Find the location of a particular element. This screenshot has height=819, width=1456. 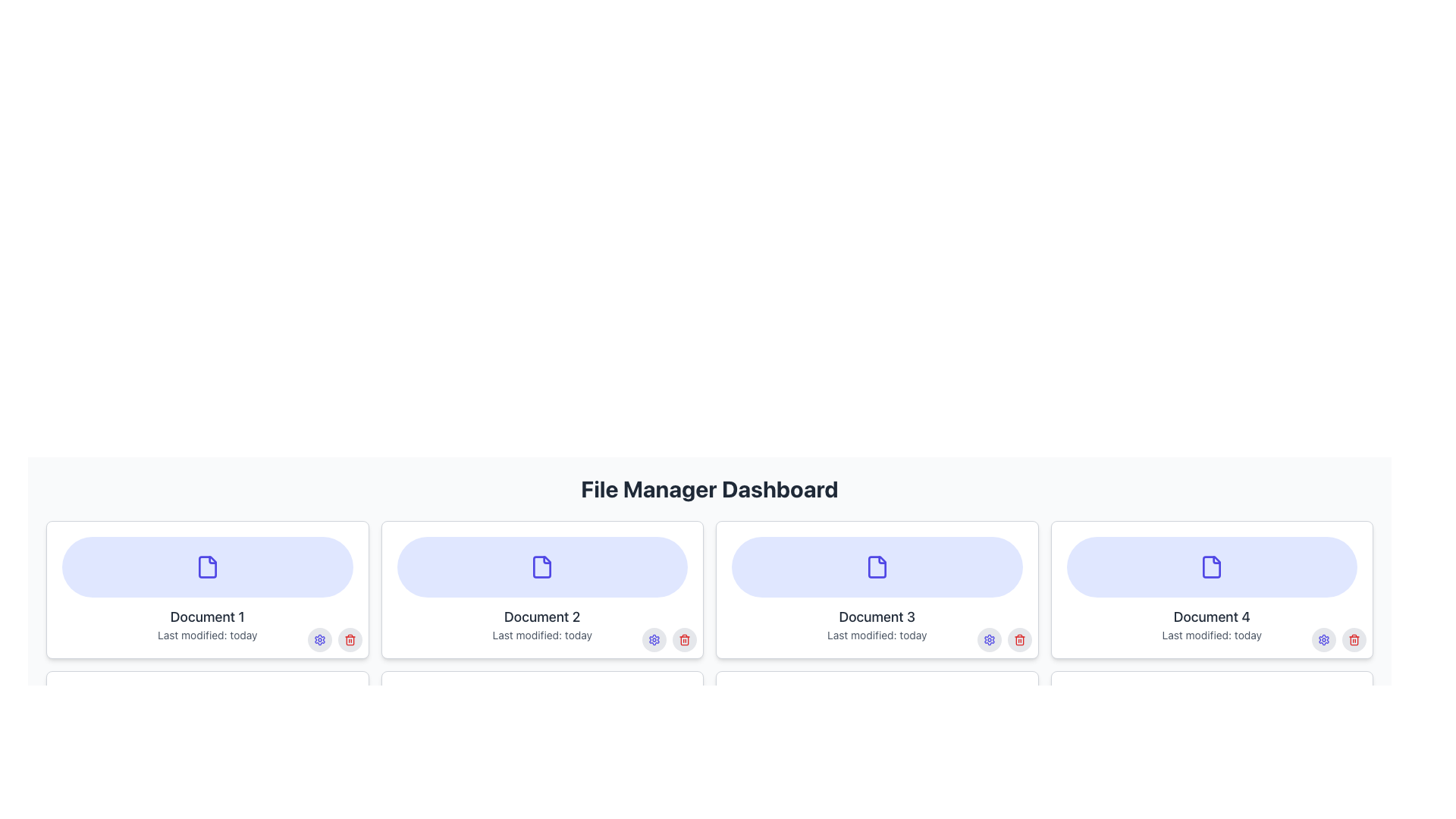

the small red trash bin icon button located at the bottom-right corner of the 'Document 1' card is located at coordinates (349, 789).